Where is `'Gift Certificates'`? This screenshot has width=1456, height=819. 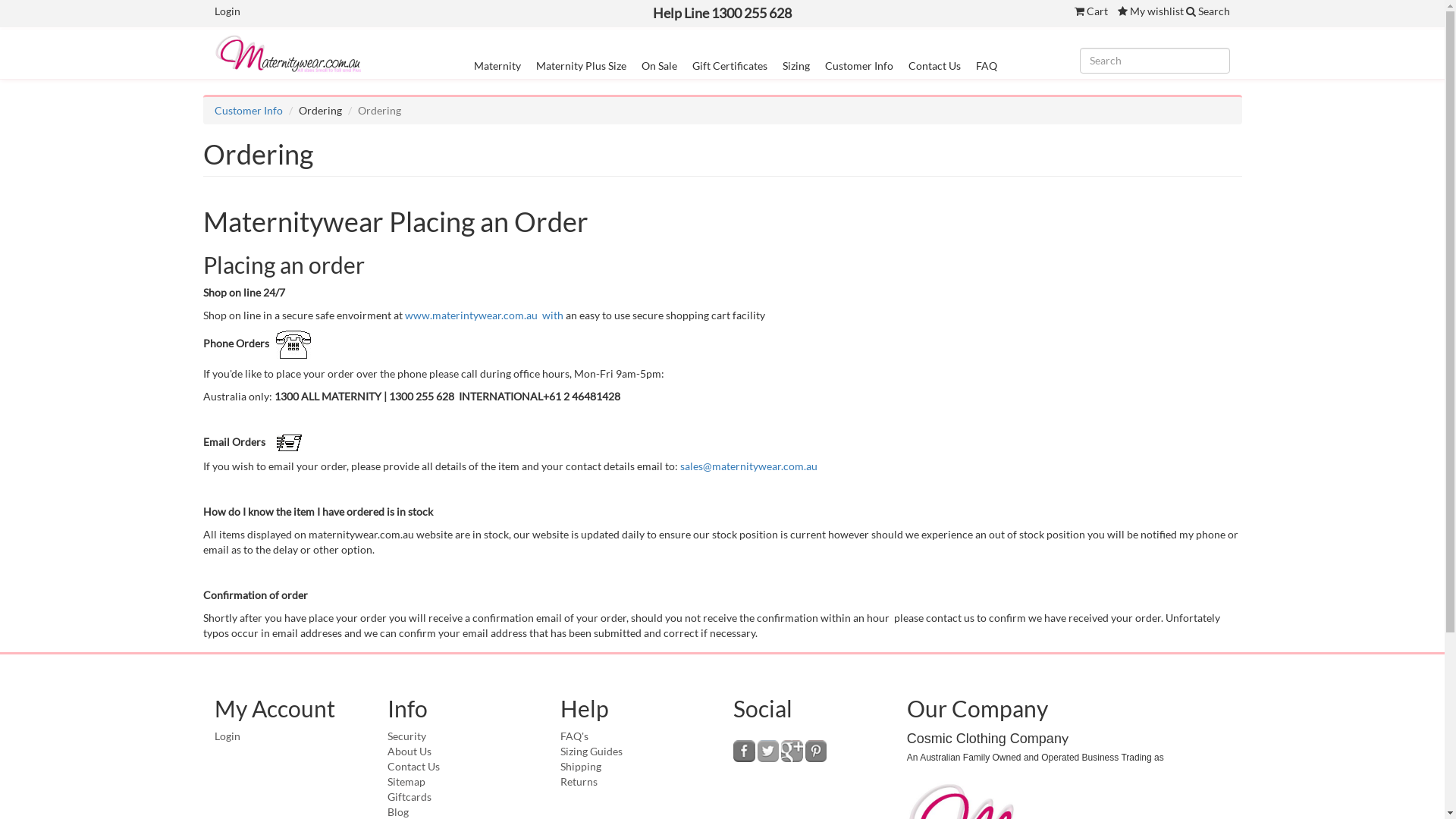 'Gift Certificates' is located at coordinates (691, 64).